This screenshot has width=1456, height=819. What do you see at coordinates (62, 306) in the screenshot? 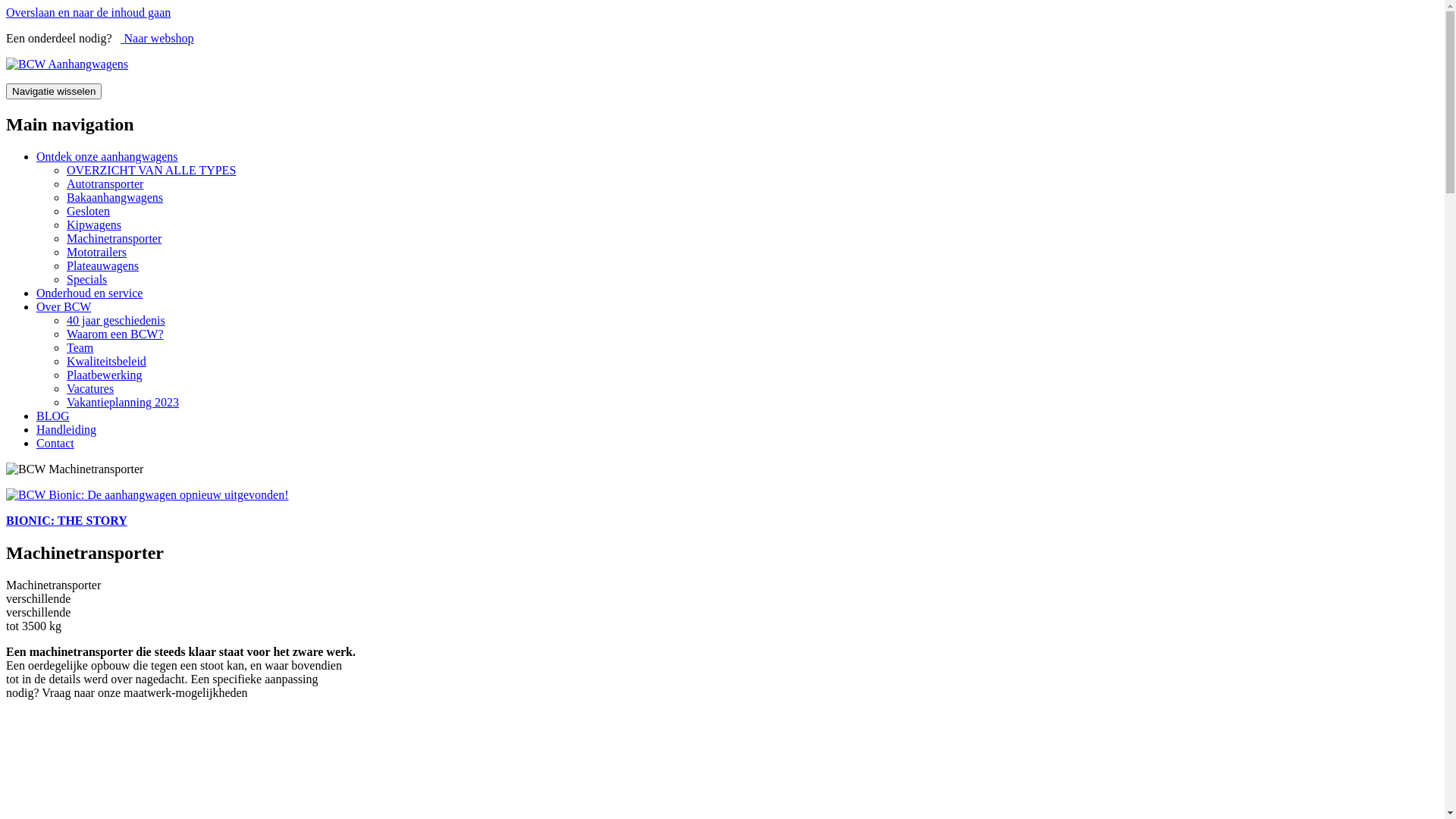
I see `'Over BCW'` at bounding box center [62, 306].